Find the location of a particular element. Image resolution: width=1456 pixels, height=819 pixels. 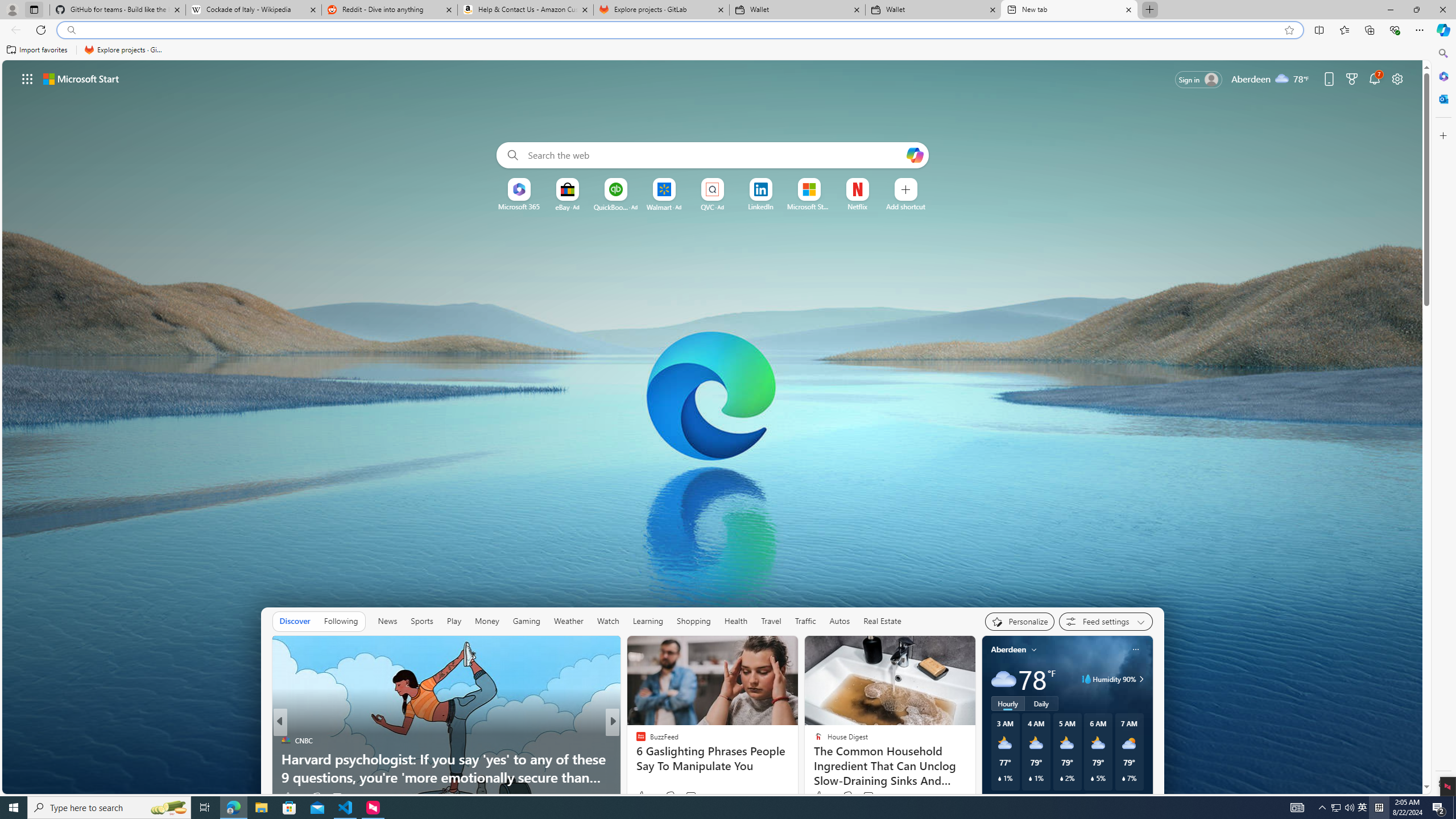

'3k Like' is located at coordinates (640, 797).